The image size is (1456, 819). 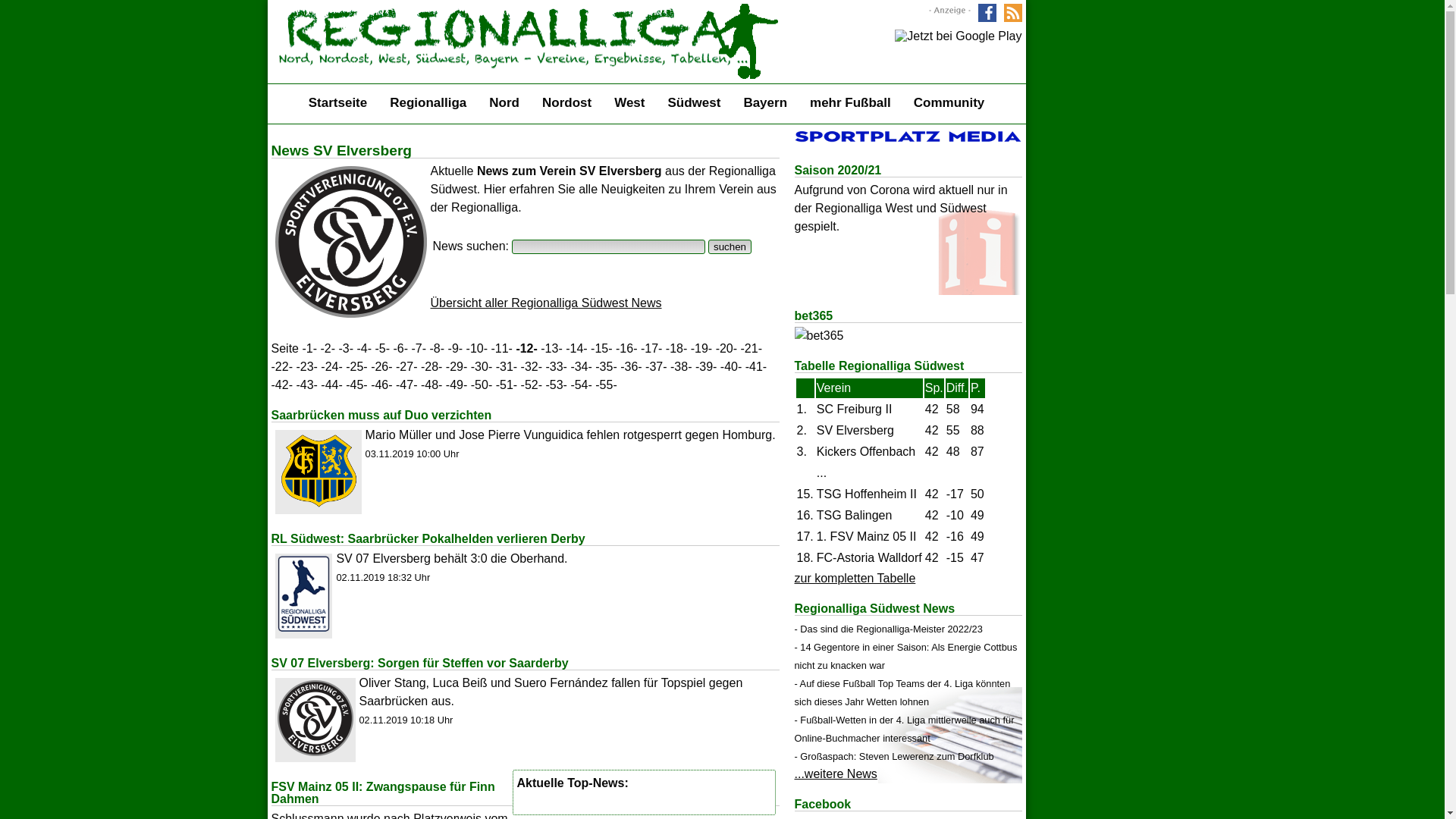 I want to click on '-14-', so click(x=575, y=348).